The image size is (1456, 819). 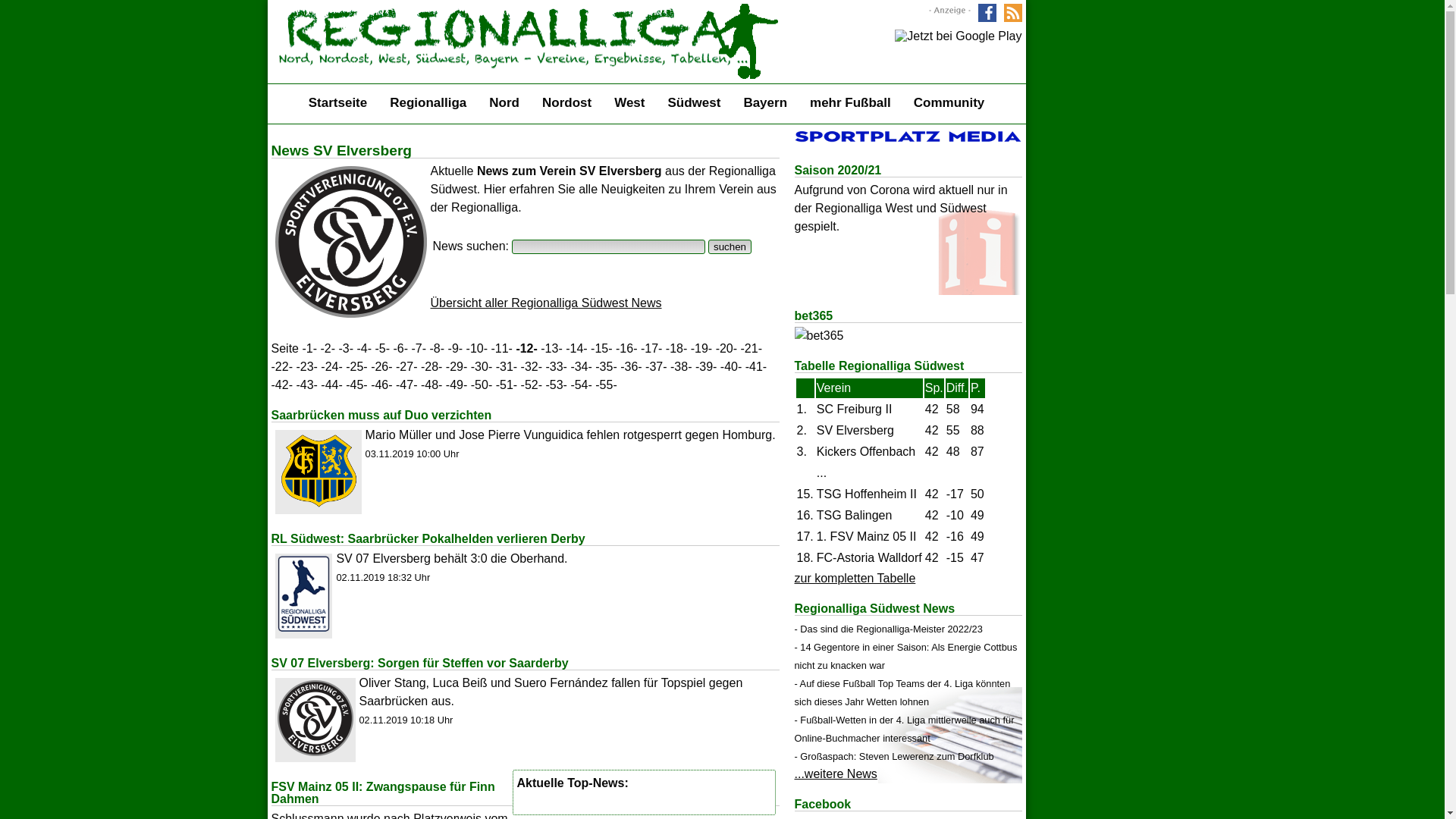 I want to click on '-14-', so click(x=575, y=348).